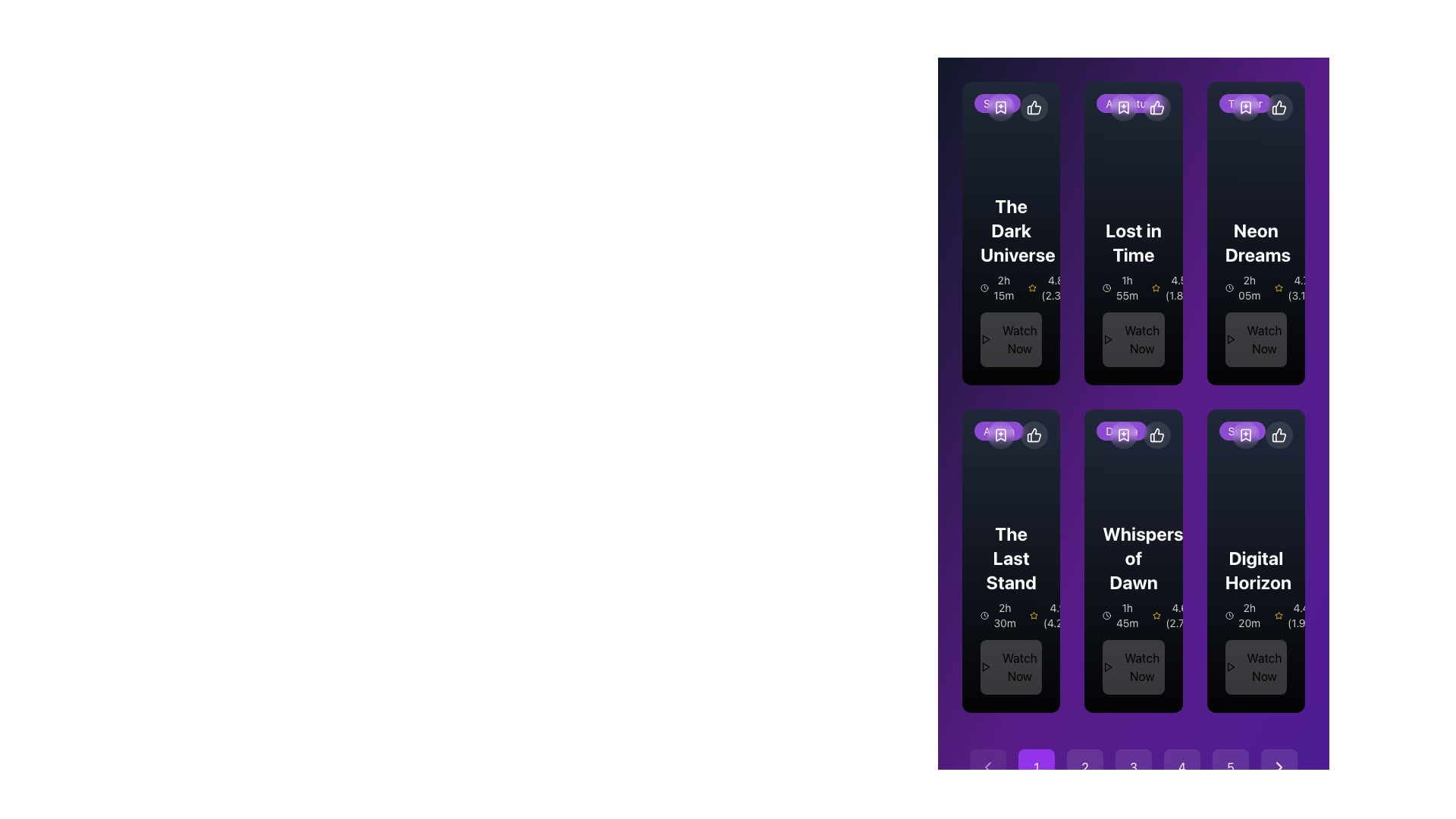  Describe the element at coordinates (1123, 107) in the screenshot. I see `the bookmark icon button with a '+' symbol, located at the top of the 'Lost in Time' card` at that location.